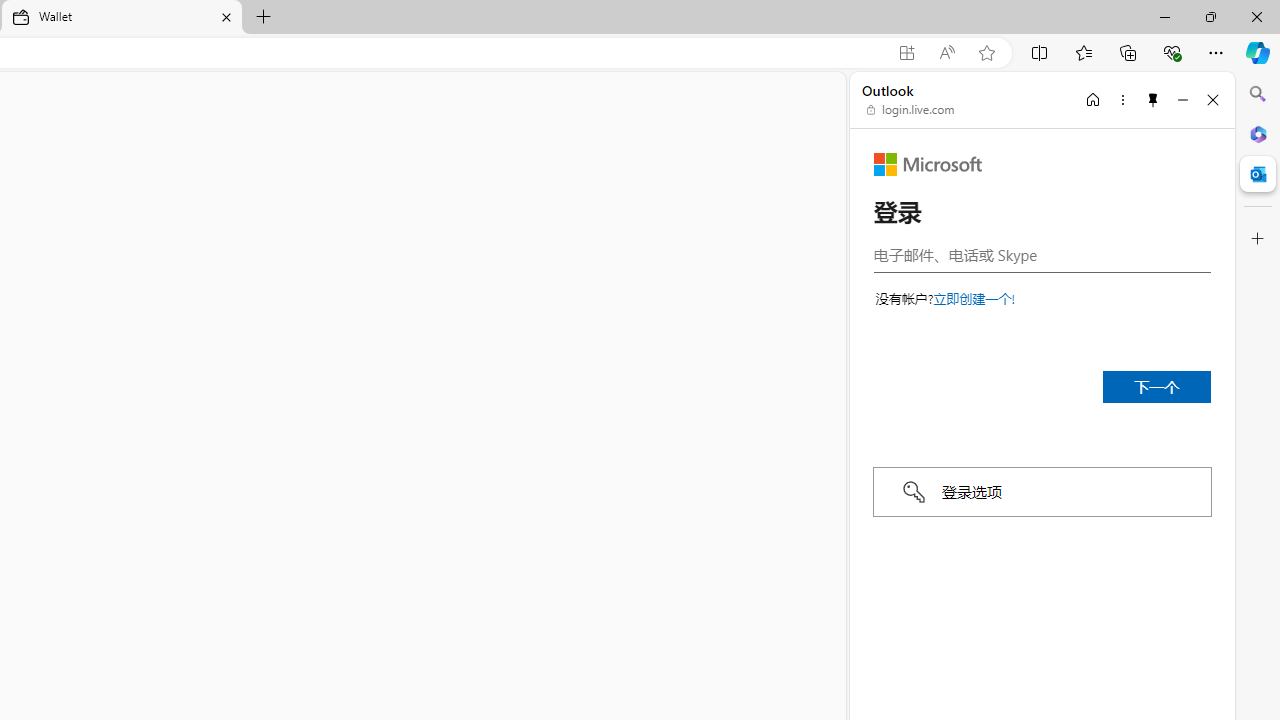 This screenshot has width=1280, height=720. What do you see at coordinates (1153, 99) in the screenshot?
I see `'Unpin side pane'` at bounding box center [1153, 99].